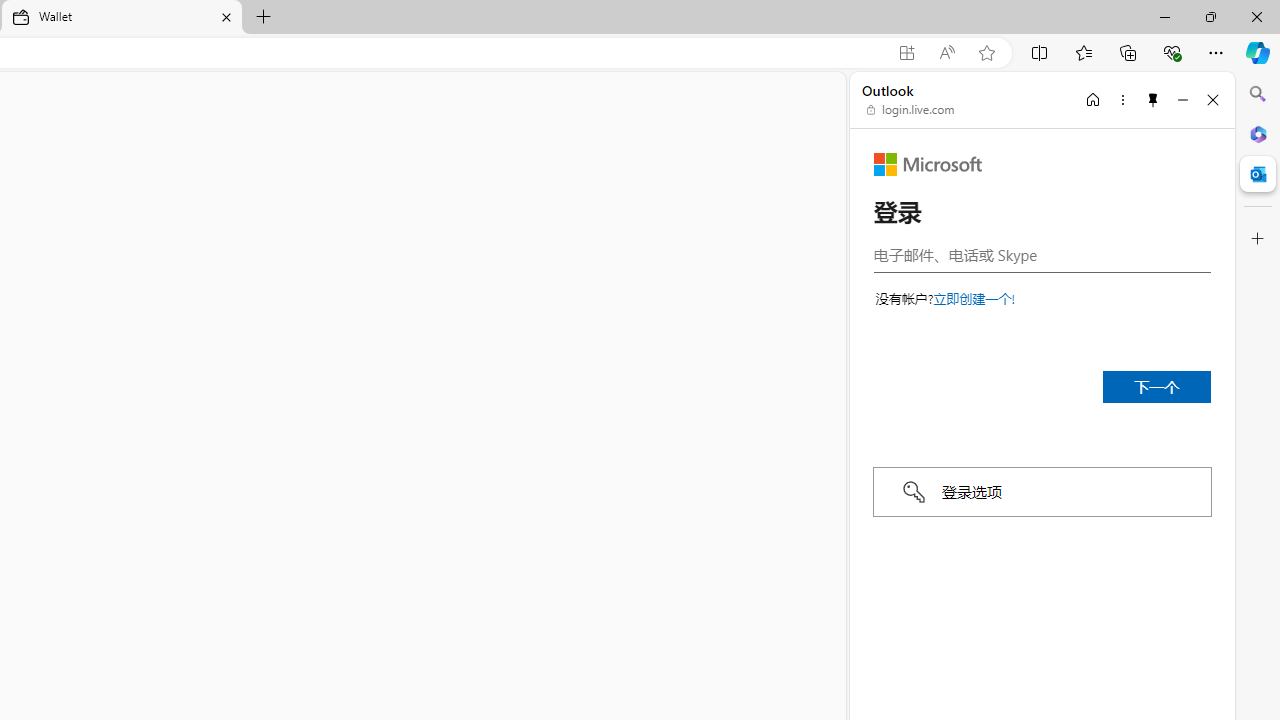 This screenshot has width=1280, height=720. What do you see at coordinates (1153, 99) in the screenshot?
I see `'Unpin side pane'` at bounding box center [1153, 99].